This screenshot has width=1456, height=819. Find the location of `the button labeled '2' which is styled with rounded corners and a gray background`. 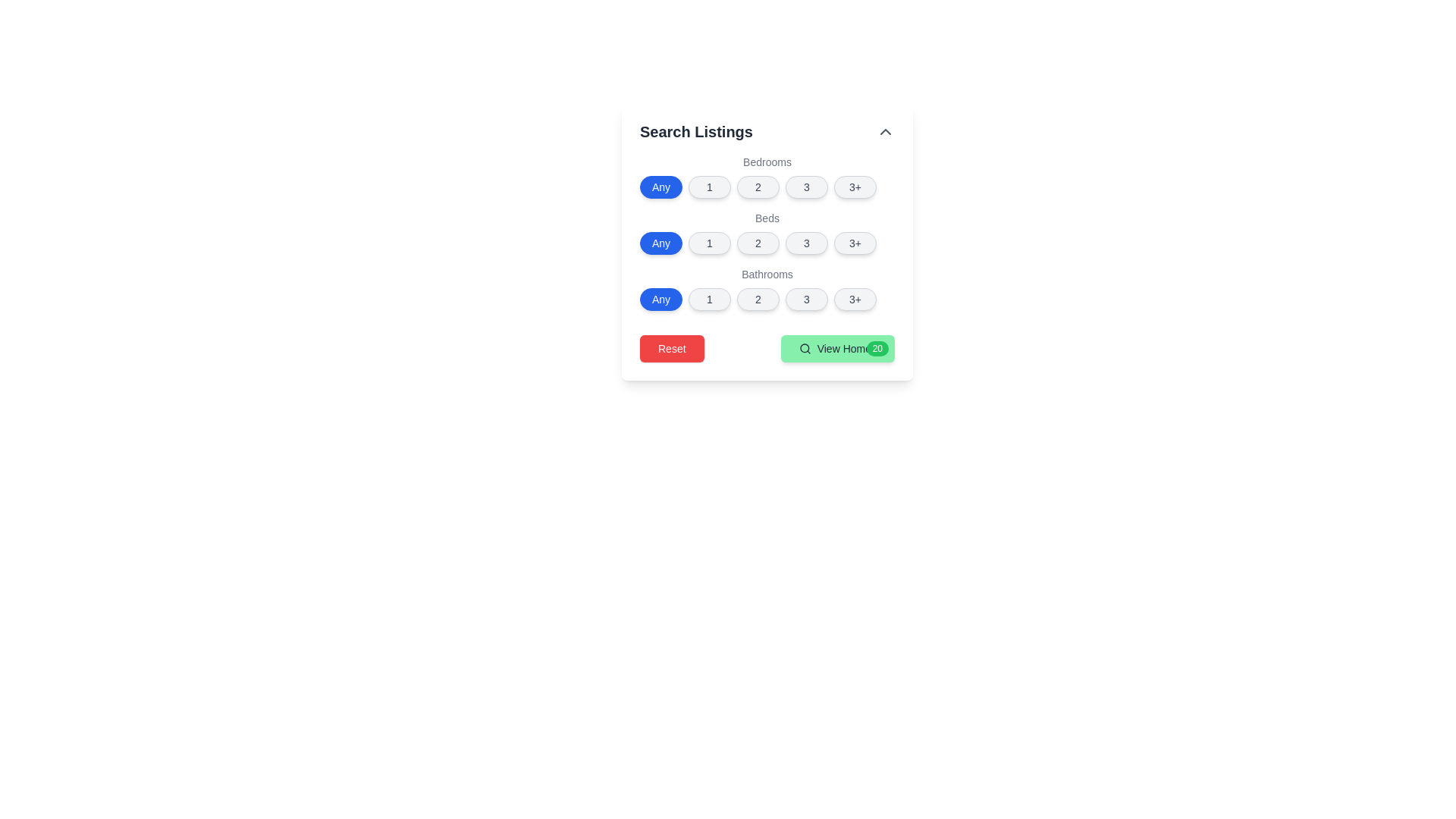

the button labeled '2' which is styled with rounded corners and a gray background is located at coordinates (758, 186).